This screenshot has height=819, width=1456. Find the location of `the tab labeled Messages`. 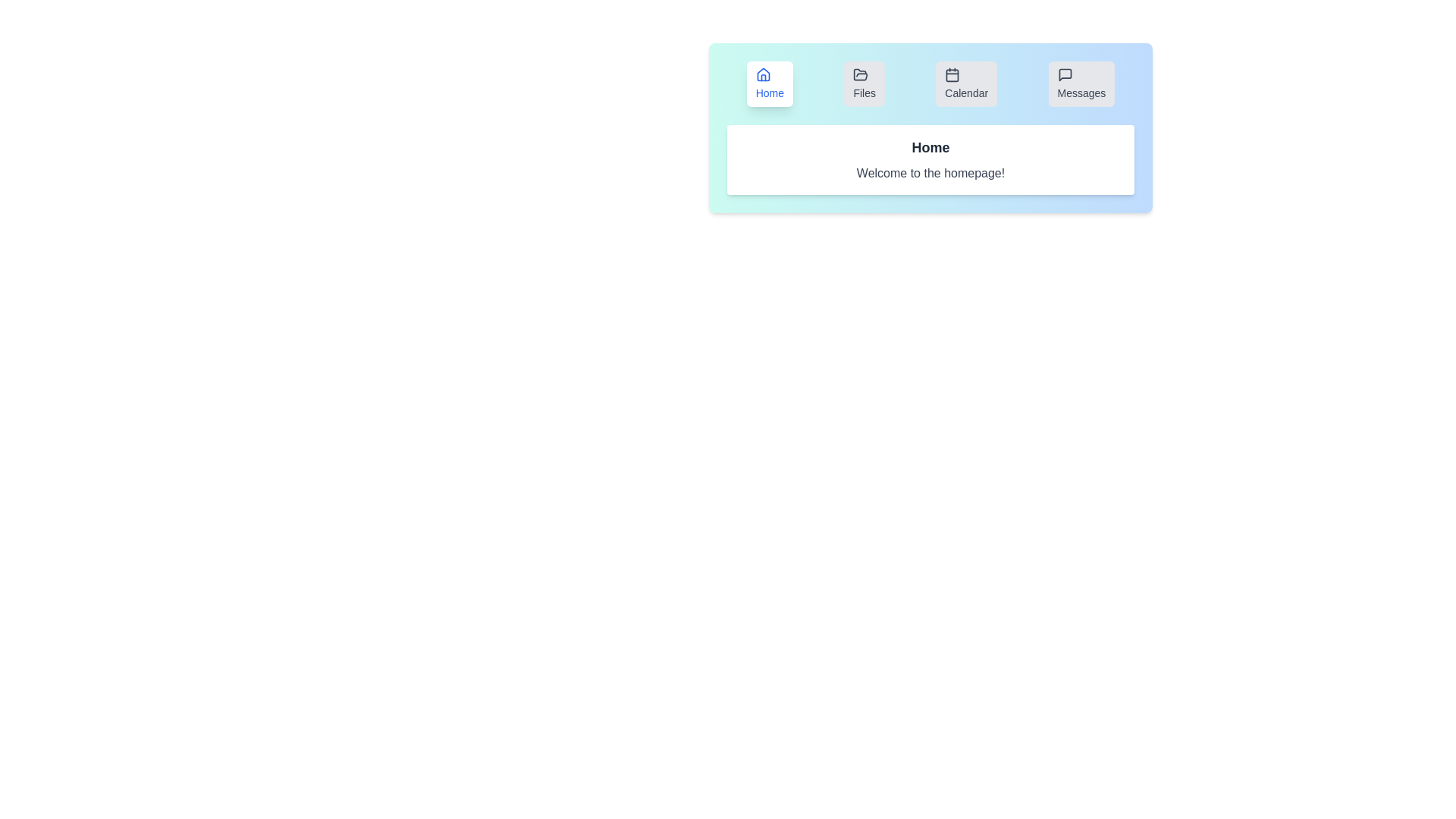

the tab labeled Messages is located at coordinates (1081, 84).